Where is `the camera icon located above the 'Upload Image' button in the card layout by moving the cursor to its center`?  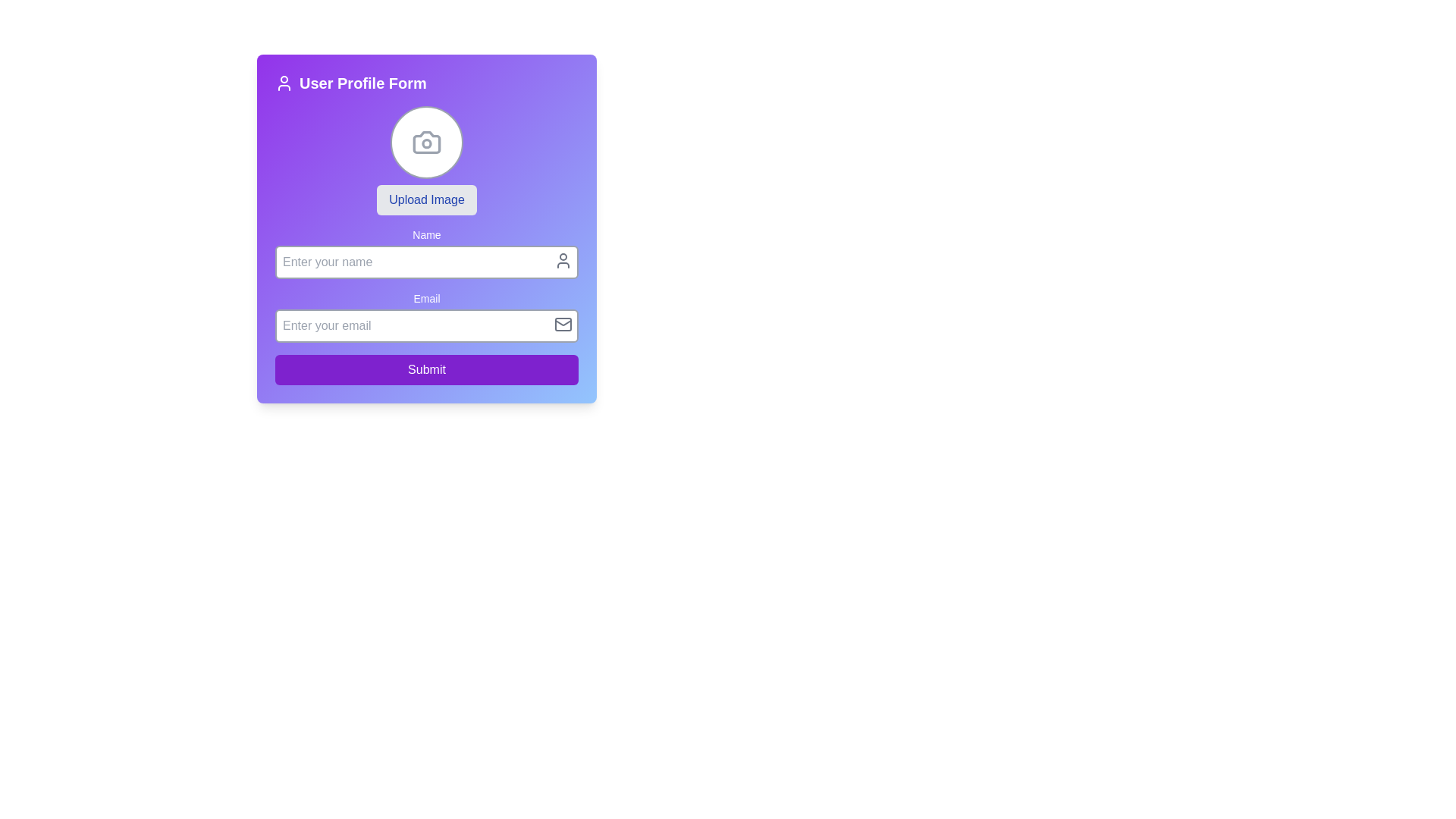 the camera icon located above the 'Upload Image' button in the card layout by moving the cursor to its center is located at coordinates (425, 143).